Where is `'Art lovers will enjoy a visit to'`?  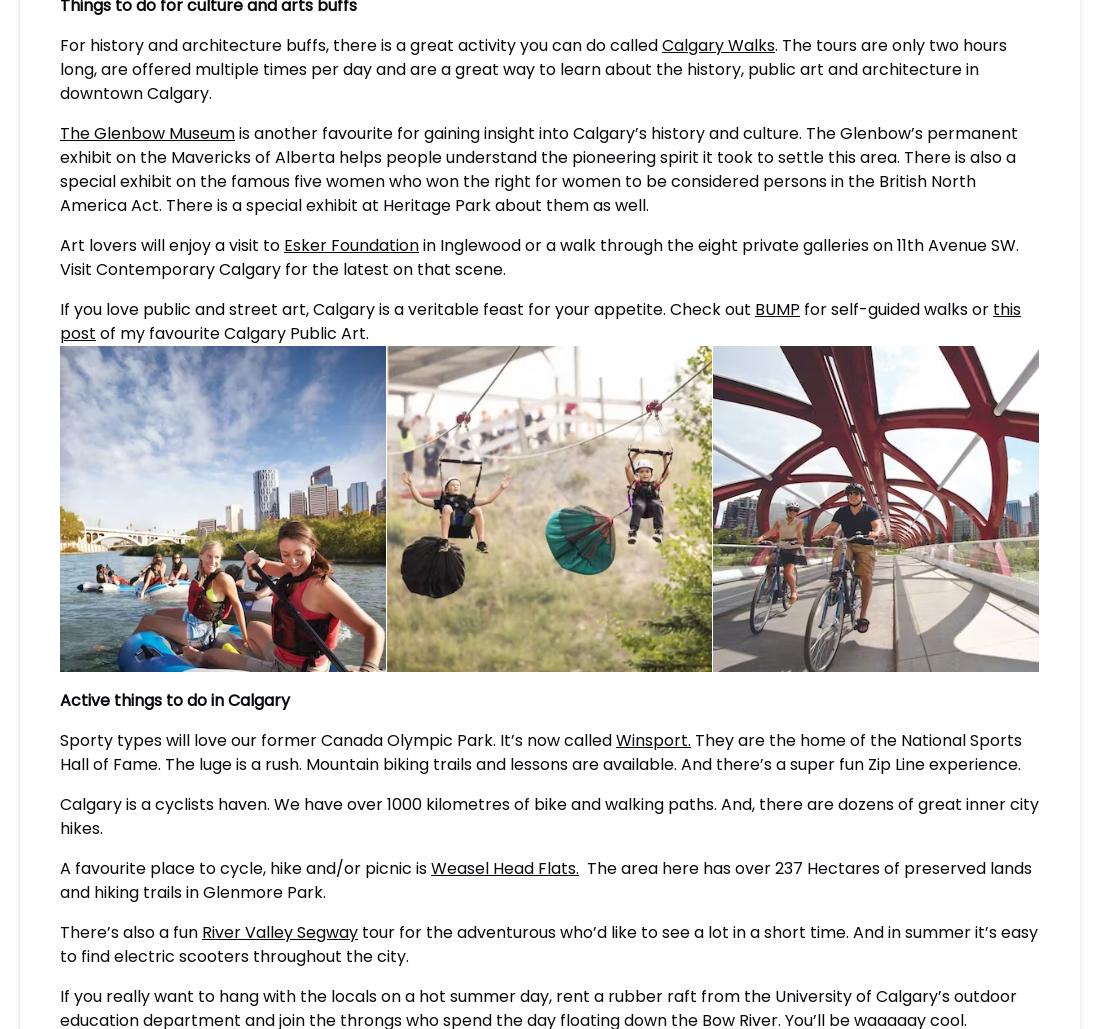 'Art lovers will enjoy a visit to' is located at coordinates (171, 243).